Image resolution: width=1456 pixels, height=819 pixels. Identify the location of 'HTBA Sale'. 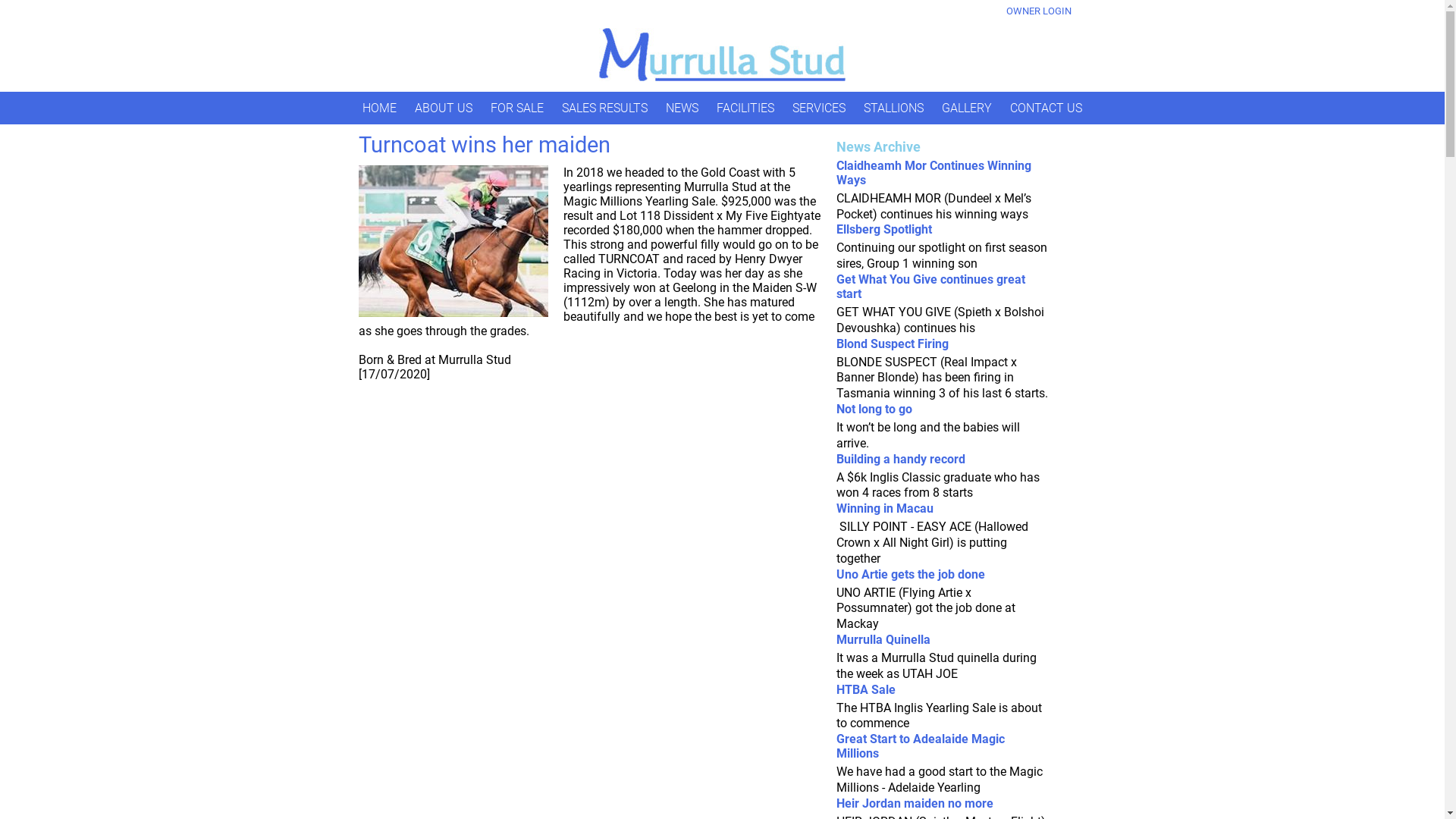
(865, 689).